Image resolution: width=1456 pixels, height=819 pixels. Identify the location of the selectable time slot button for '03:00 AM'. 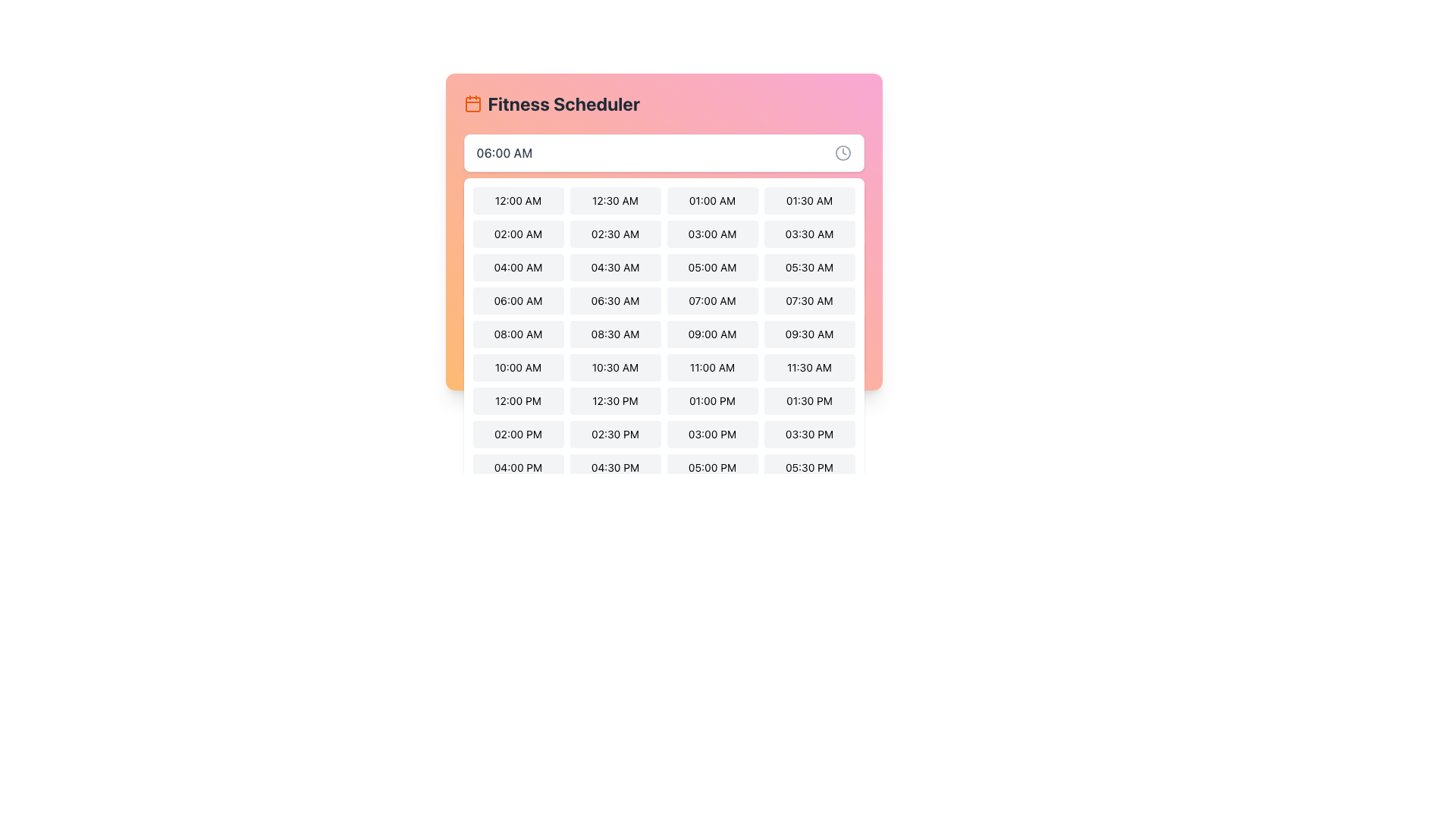
(711, 234).